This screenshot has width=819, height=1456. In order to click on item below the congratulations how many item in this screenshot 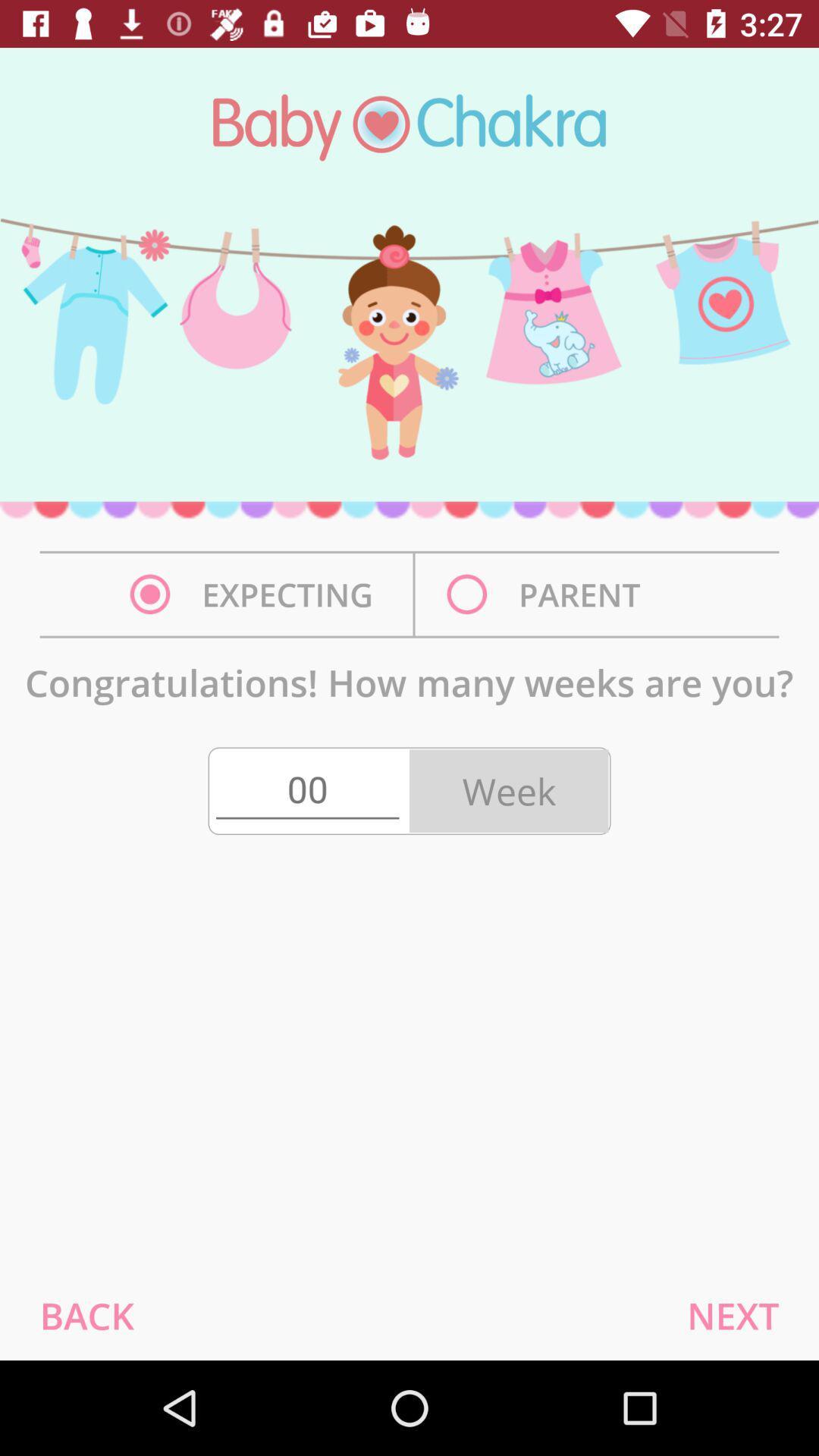, I will do `click(307, 790)`.